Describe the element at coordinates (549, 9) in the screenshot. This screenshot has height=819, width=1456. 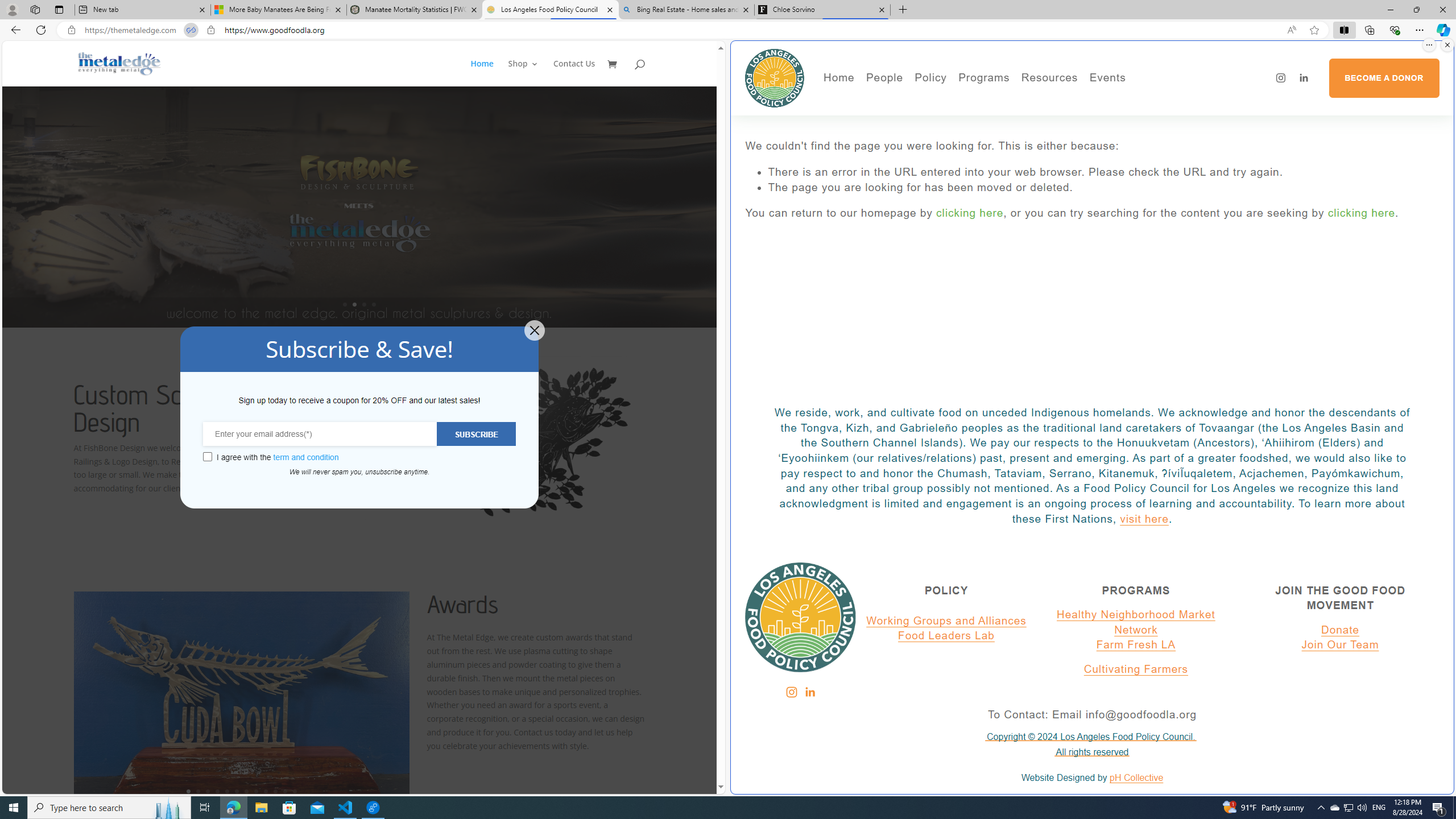
I see `'Los Angeles Food Policy Council'` at that location.